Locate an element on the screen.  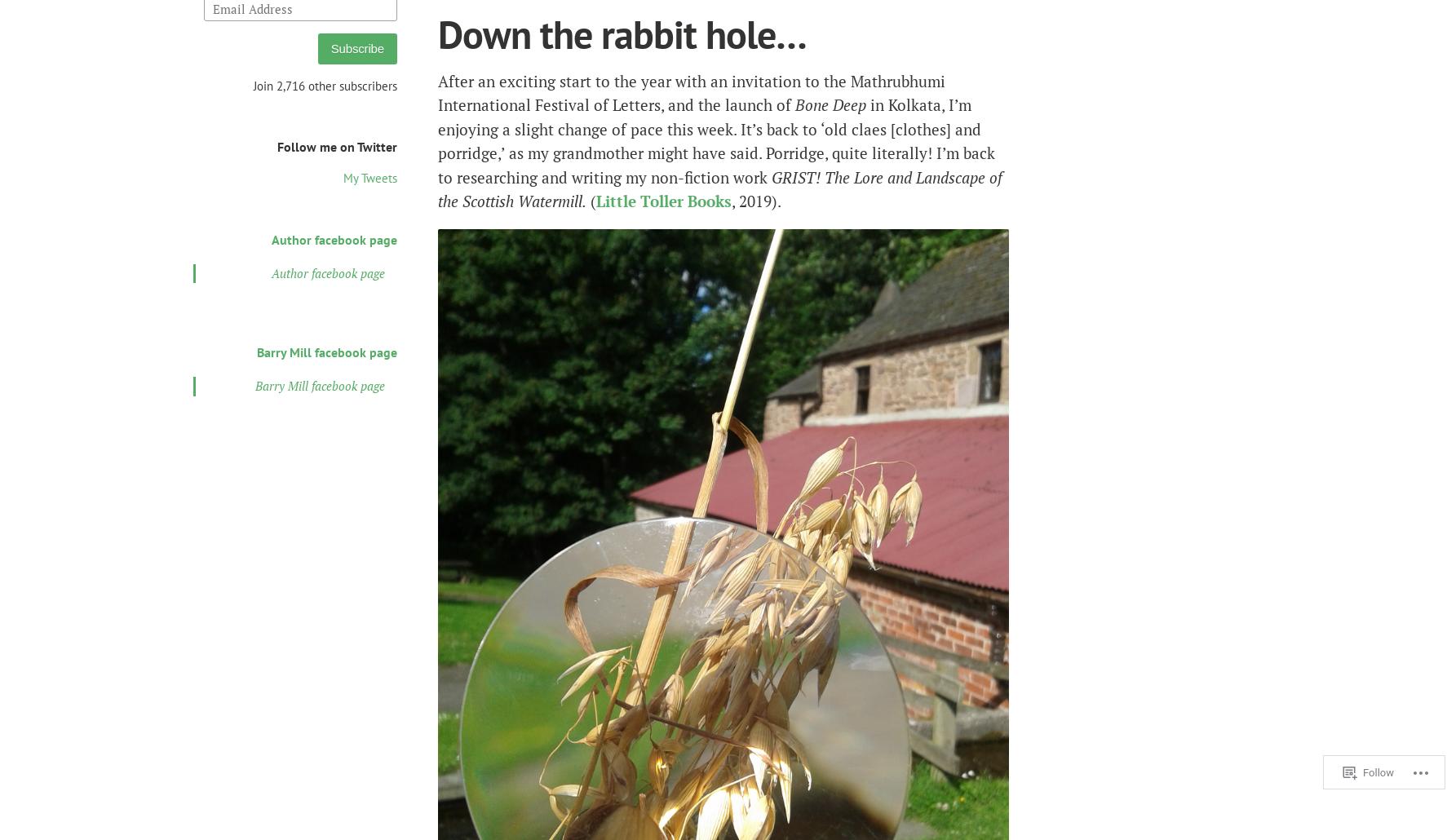
'Little Toller Books' is located at coordinates (664, 201).